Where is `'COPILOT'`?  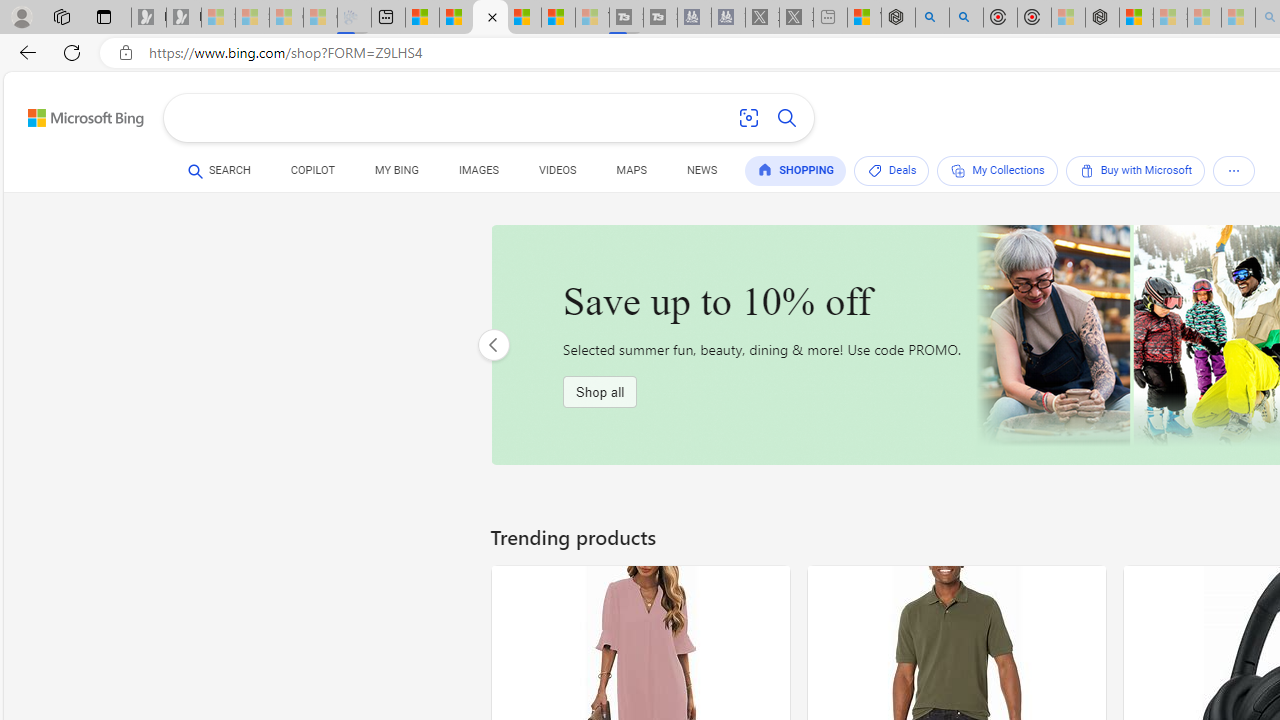 'COPILOT' is located at coordinates (311, 172).